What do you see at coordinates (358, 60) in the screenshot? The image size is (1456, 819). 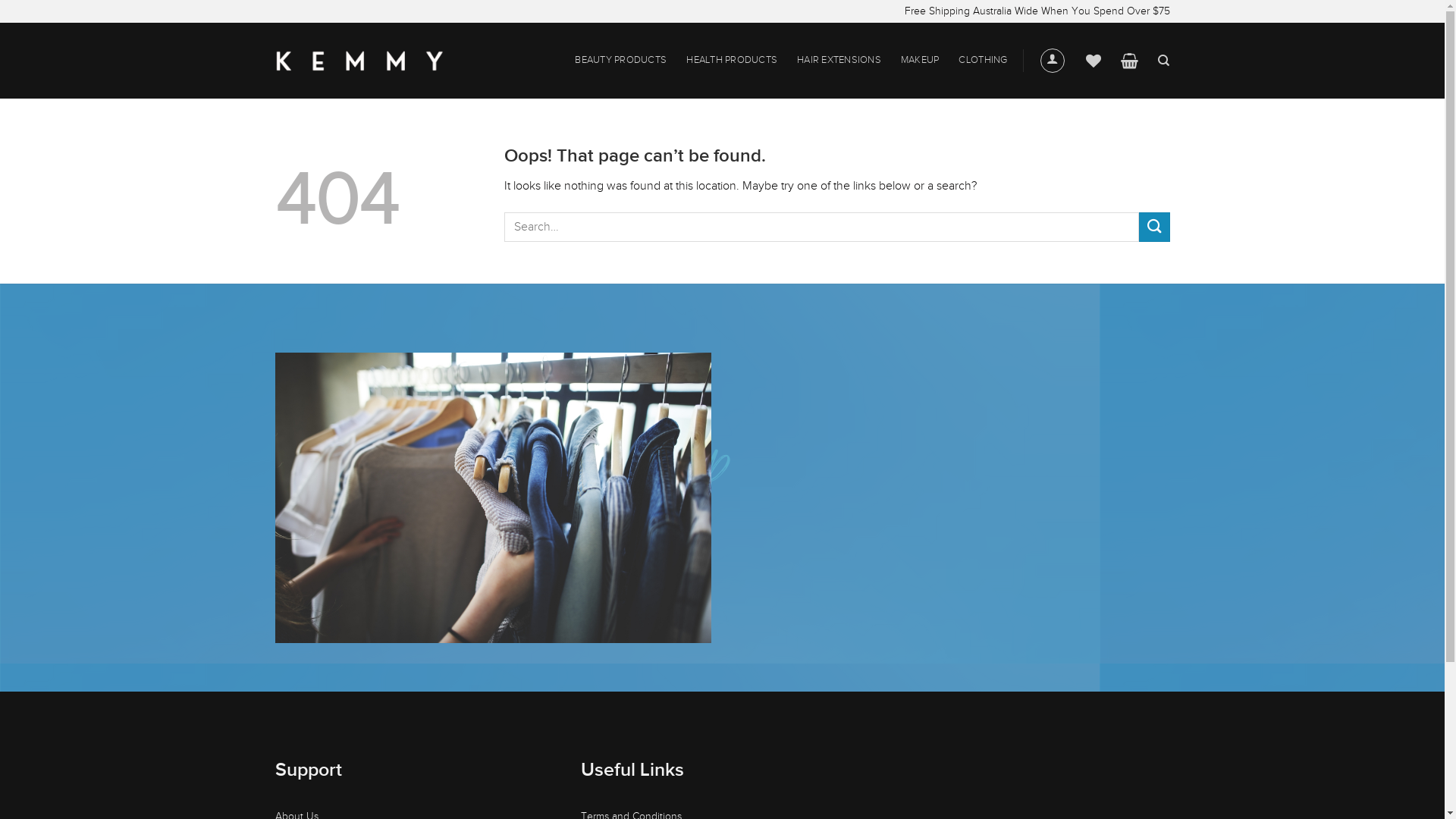 I see `'Kemmy Shop - Live Healthier, Happier Lives'` at bounding box center [358, 60].